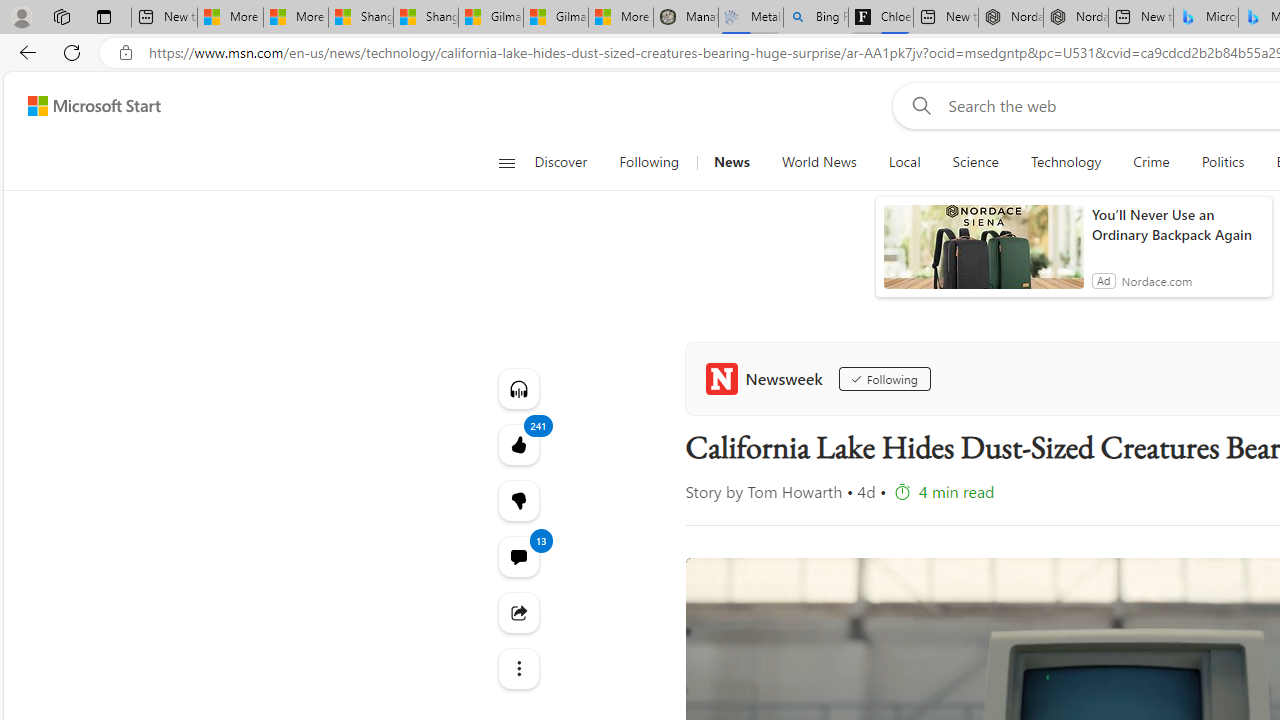 Image resolution: width=1280 pixels, height=720 pixels. I want to click on 'Nordace.com', so click(1156, 280).